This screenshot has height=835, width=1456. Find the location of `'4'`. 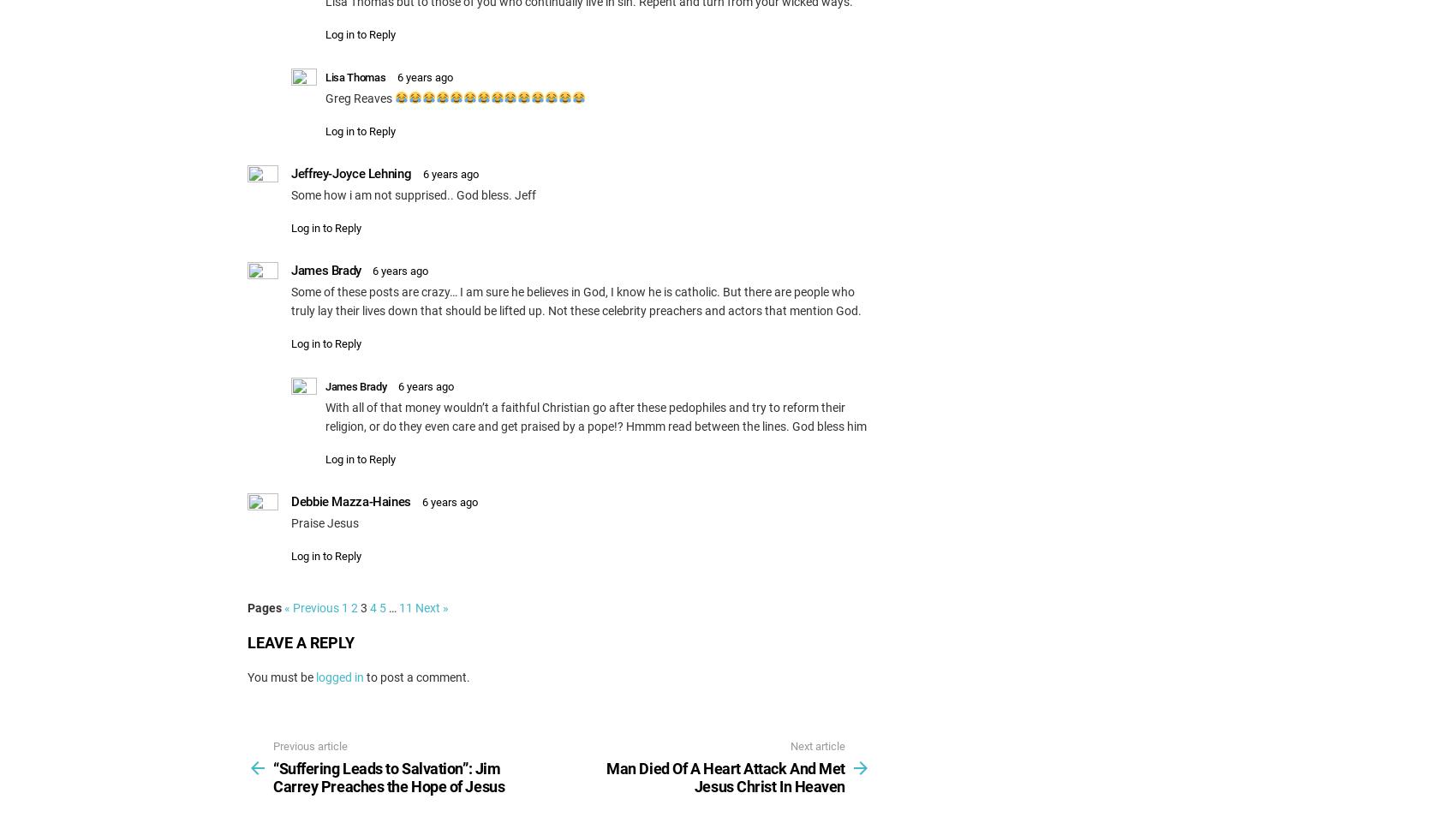

'4' is located at coordinates (373, 606).